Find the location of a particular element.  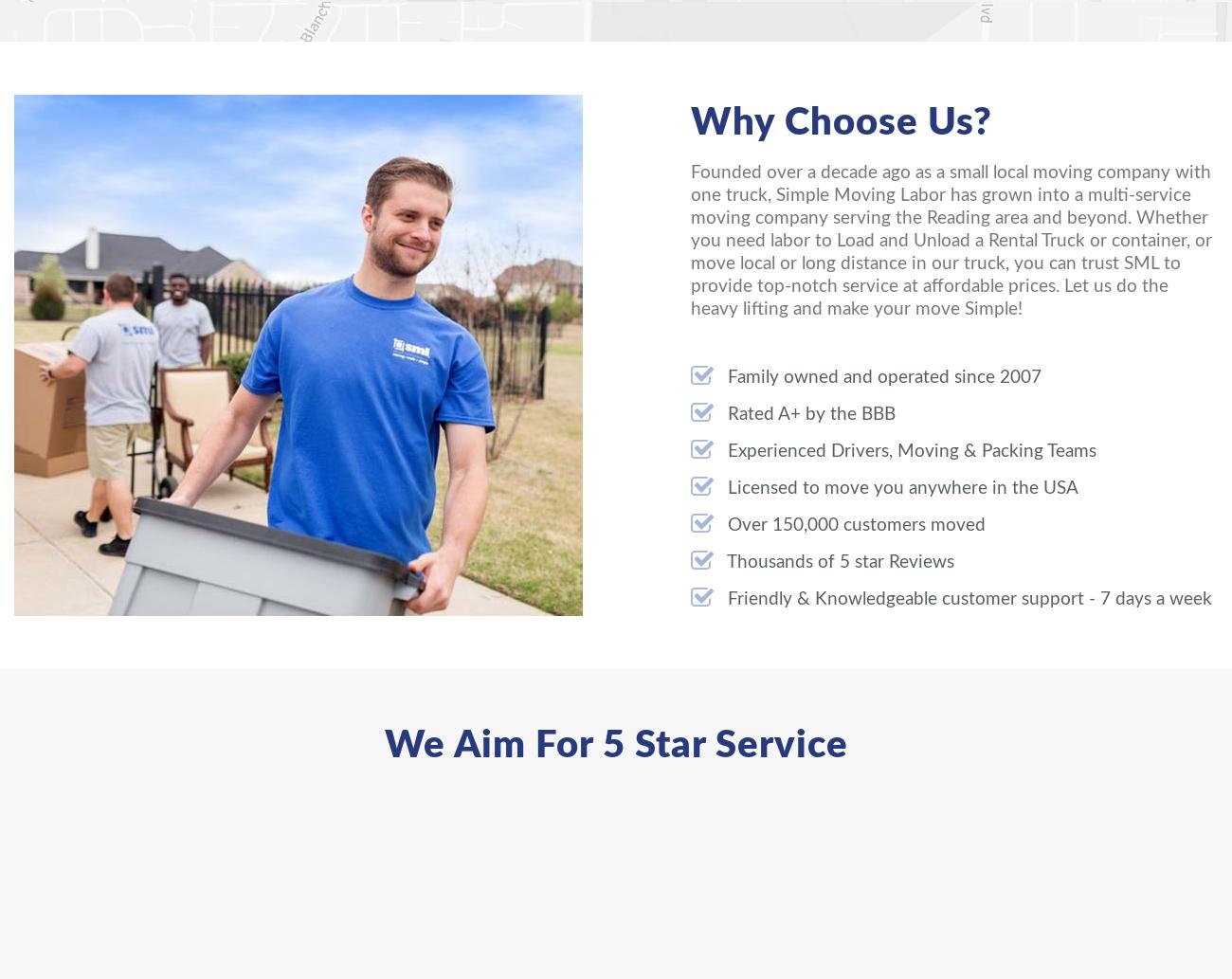

'Founded over a decade ago as a small local moving company with one truck, Simple Moving Labor has grown into a multi-service moving company serving the Reading area and beyond. Whether you need labor to Load and Unload a Rental Truck or container, or move local or long distance in our truck, you can trust SML to provide top-notch service at affordable prices. Let us do the heavy lifting and make your move Simple!' is located at coordinates (950, 240).